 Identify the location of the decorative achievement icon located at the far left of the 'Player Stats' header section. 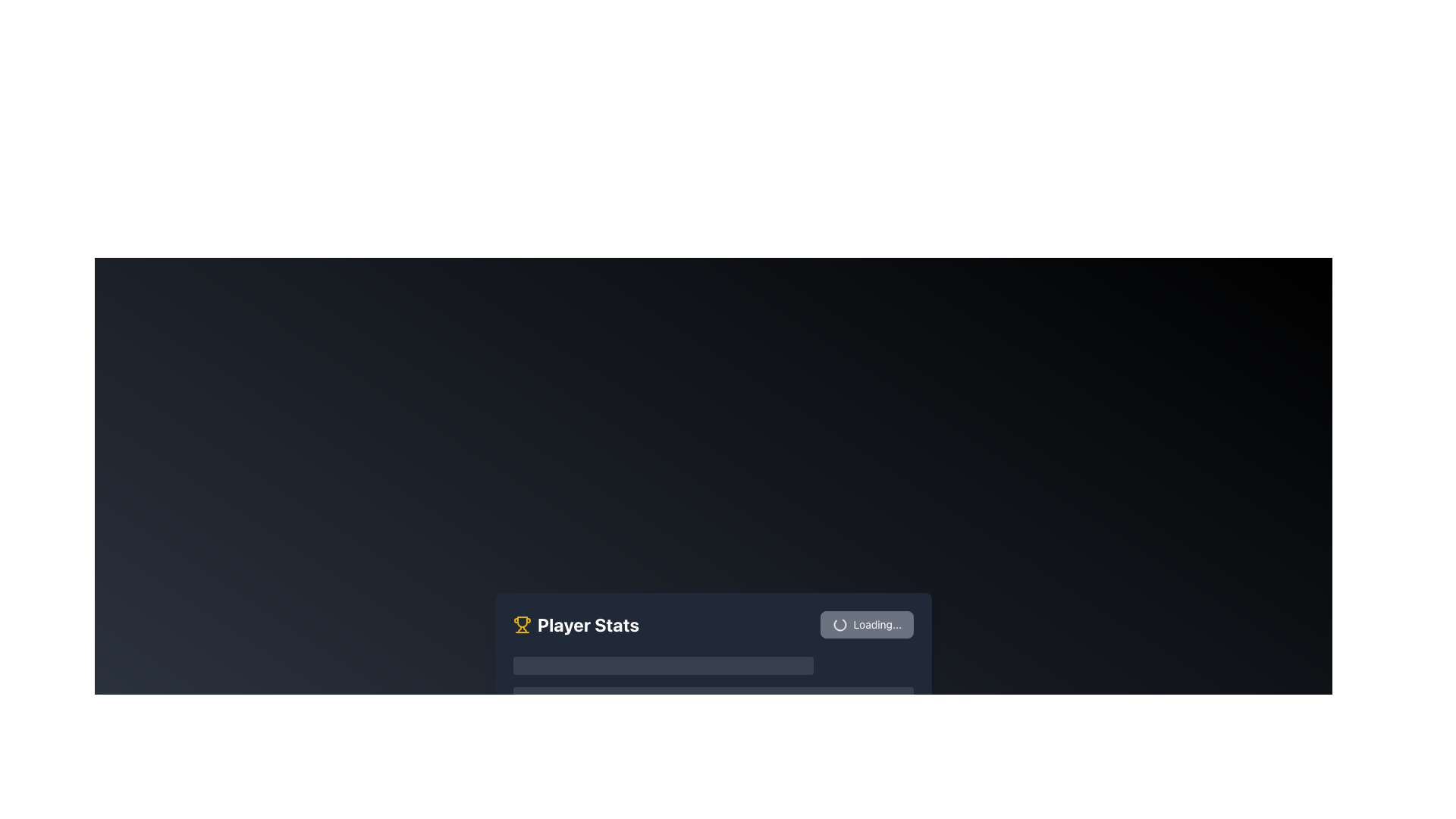
(522, 625).